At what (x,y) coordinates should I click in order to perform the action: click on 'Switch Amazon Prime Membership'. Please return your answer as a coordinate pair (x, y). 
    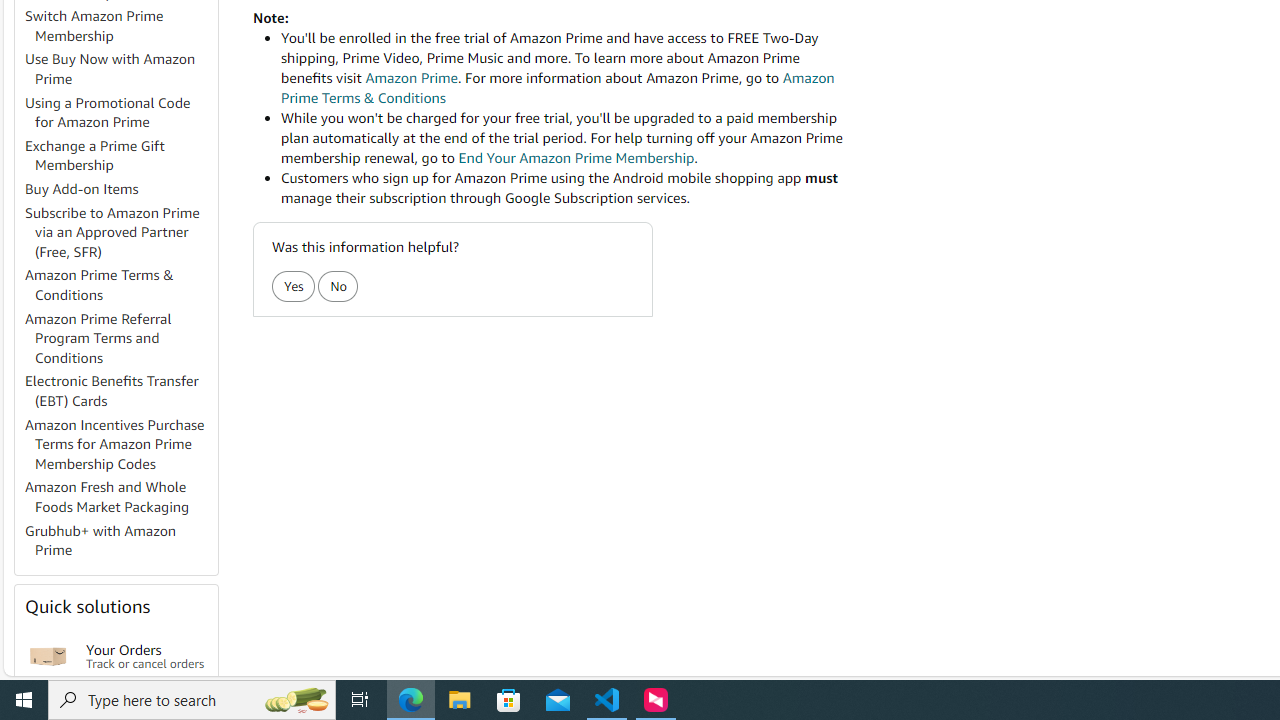
    Looking at the image, I should click on (93, 25).